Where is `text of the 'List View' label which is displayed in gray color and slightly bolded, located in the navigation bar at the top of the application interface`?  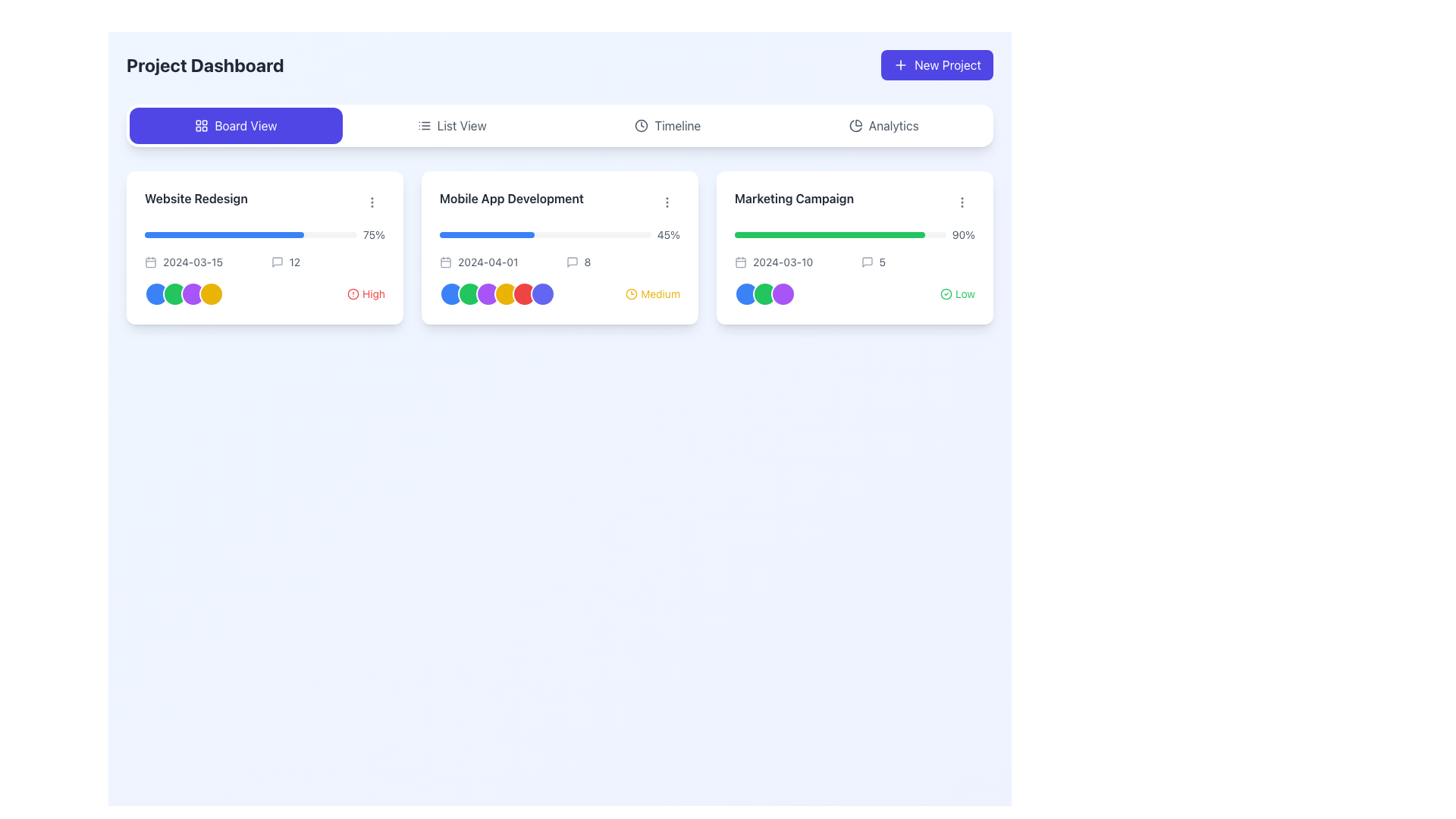
text of the 'List View' label which is displayed in gray color and slightly bolded, located in the navigation bar at the top of the application interface is located at coordinates (461, 124).